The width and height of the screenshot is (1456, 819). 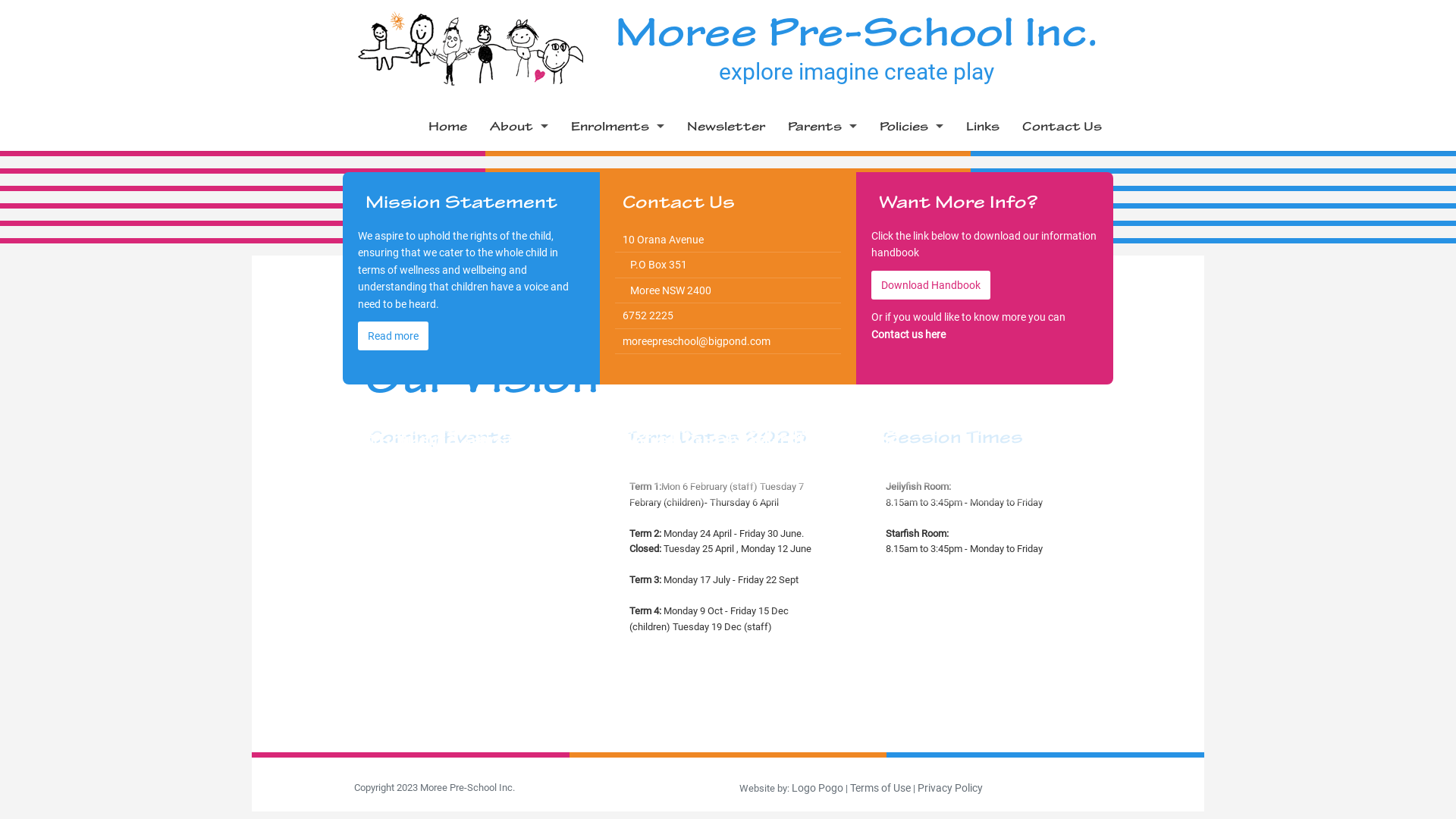 I want to click on 'Committee Meeting Dates', so click(x=821, y=193).